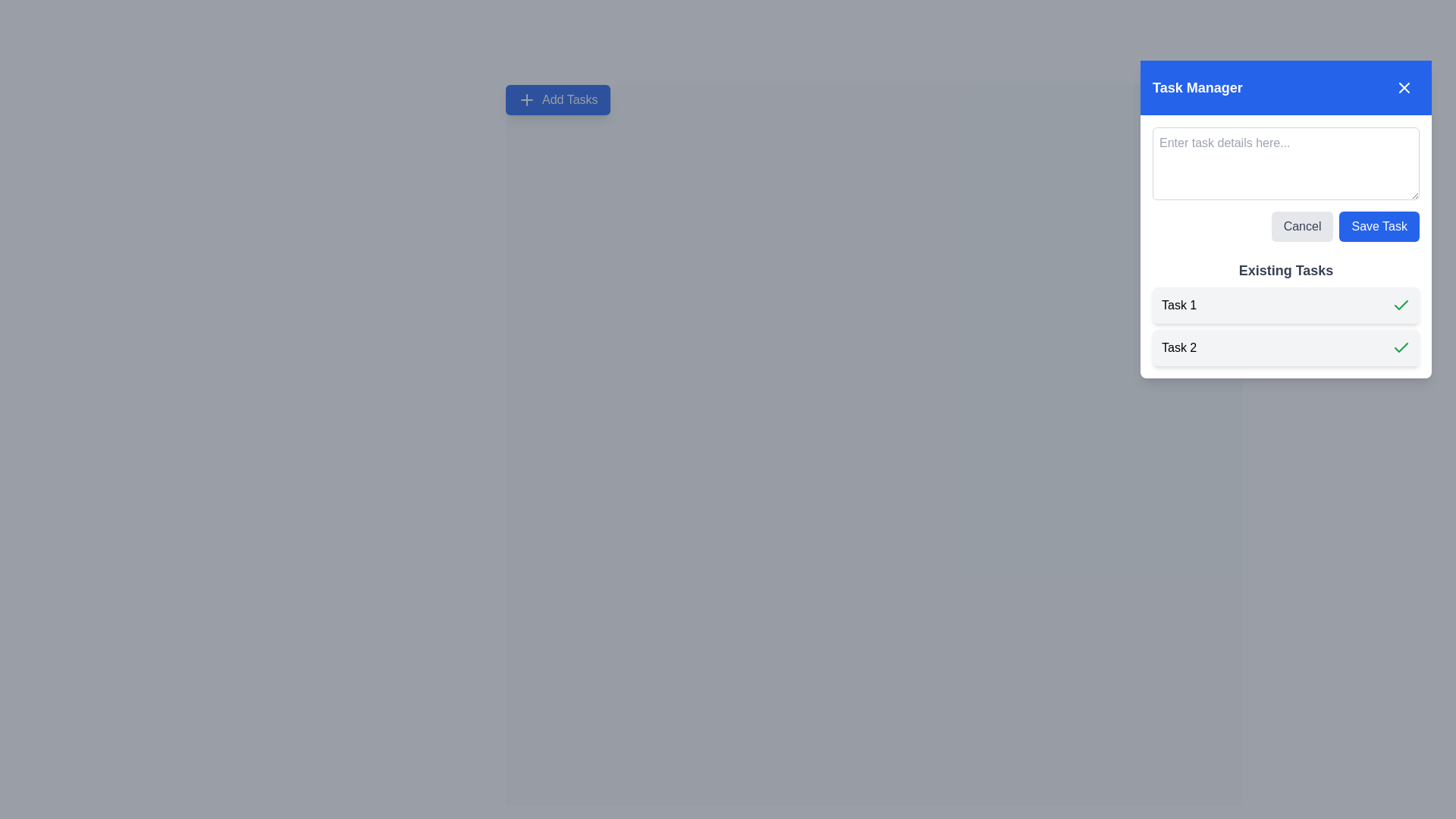 This screenshot has height=819, width=1456. I want to click on the checkmark icon located next to 'Task 2' in the 'Existing Tasks' list of the Task Manager panel, so click(1401, 304).